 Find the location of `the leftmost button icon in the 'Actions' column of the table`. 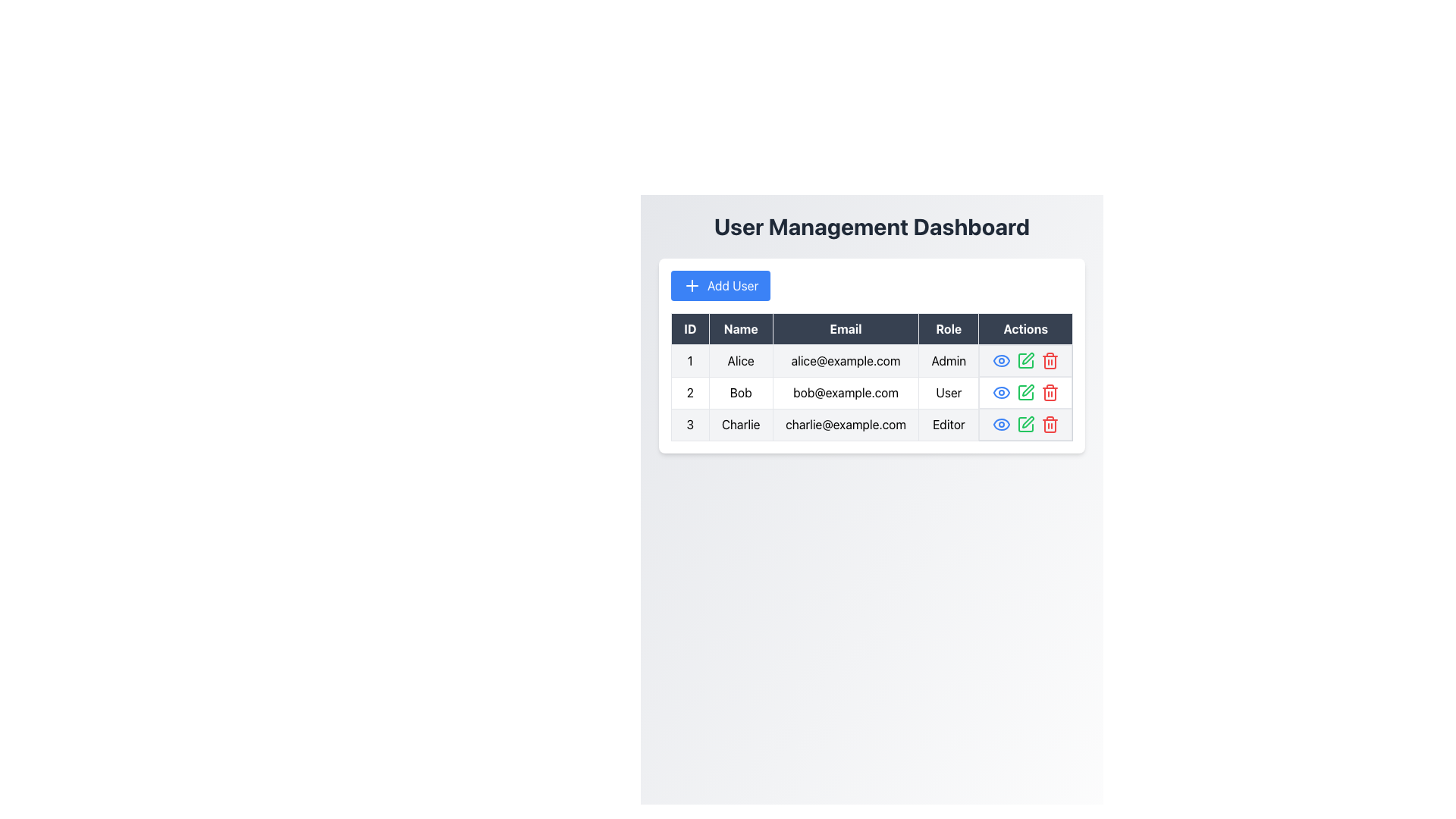

the leftmost button icon in the 'Actions' column of the table is located at coordinates (1001, 360).